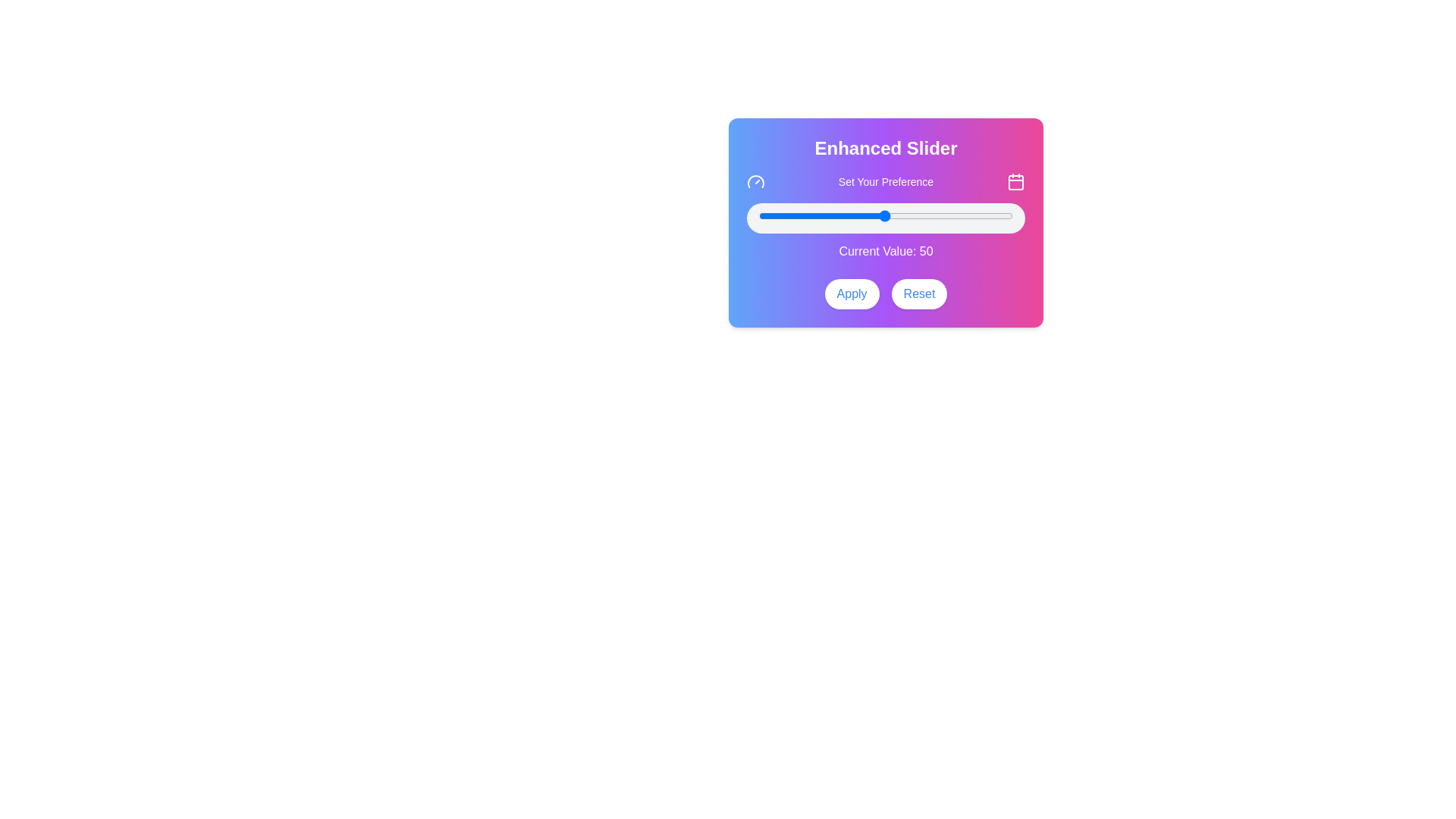 The width and height of the screenshot is (1456, 819). Describe the element at coordinates (851, 216) in the screenshot. I see `the slider` at that location.